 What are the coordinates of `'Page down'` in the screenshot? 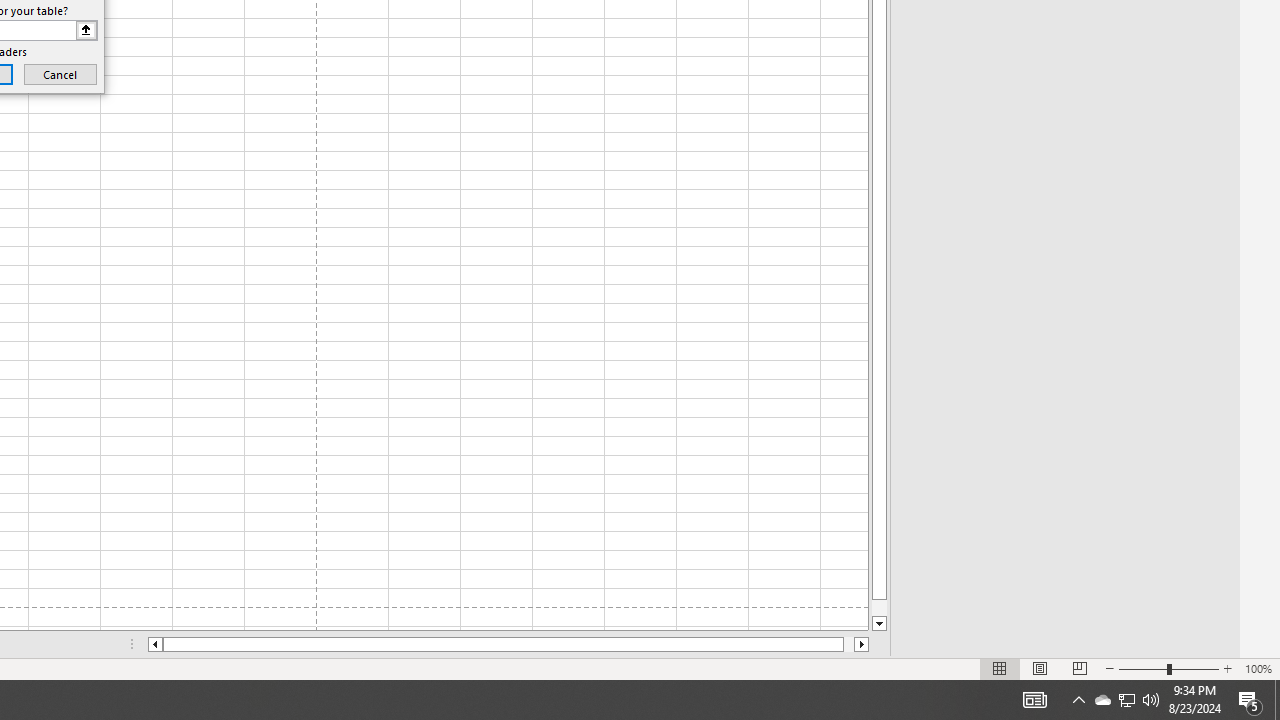 It's located at (879, 607).